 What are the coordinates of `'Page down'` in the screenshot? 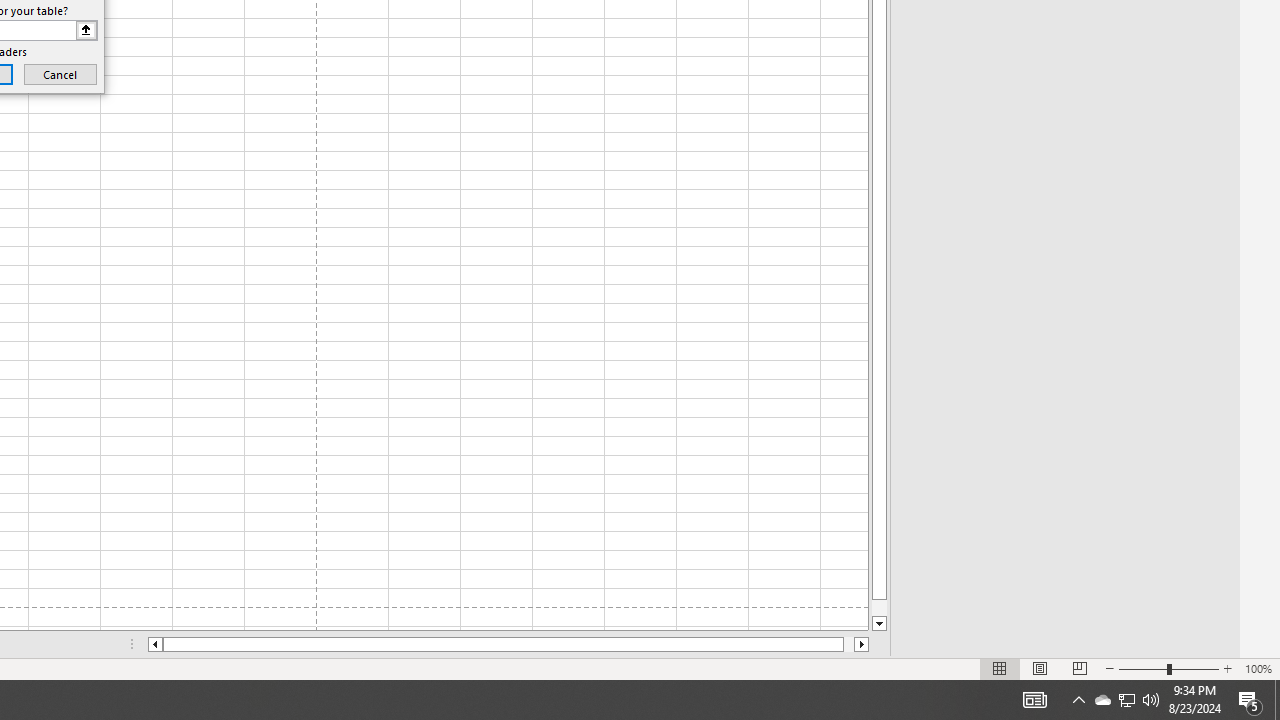 It's located at (879, 607).